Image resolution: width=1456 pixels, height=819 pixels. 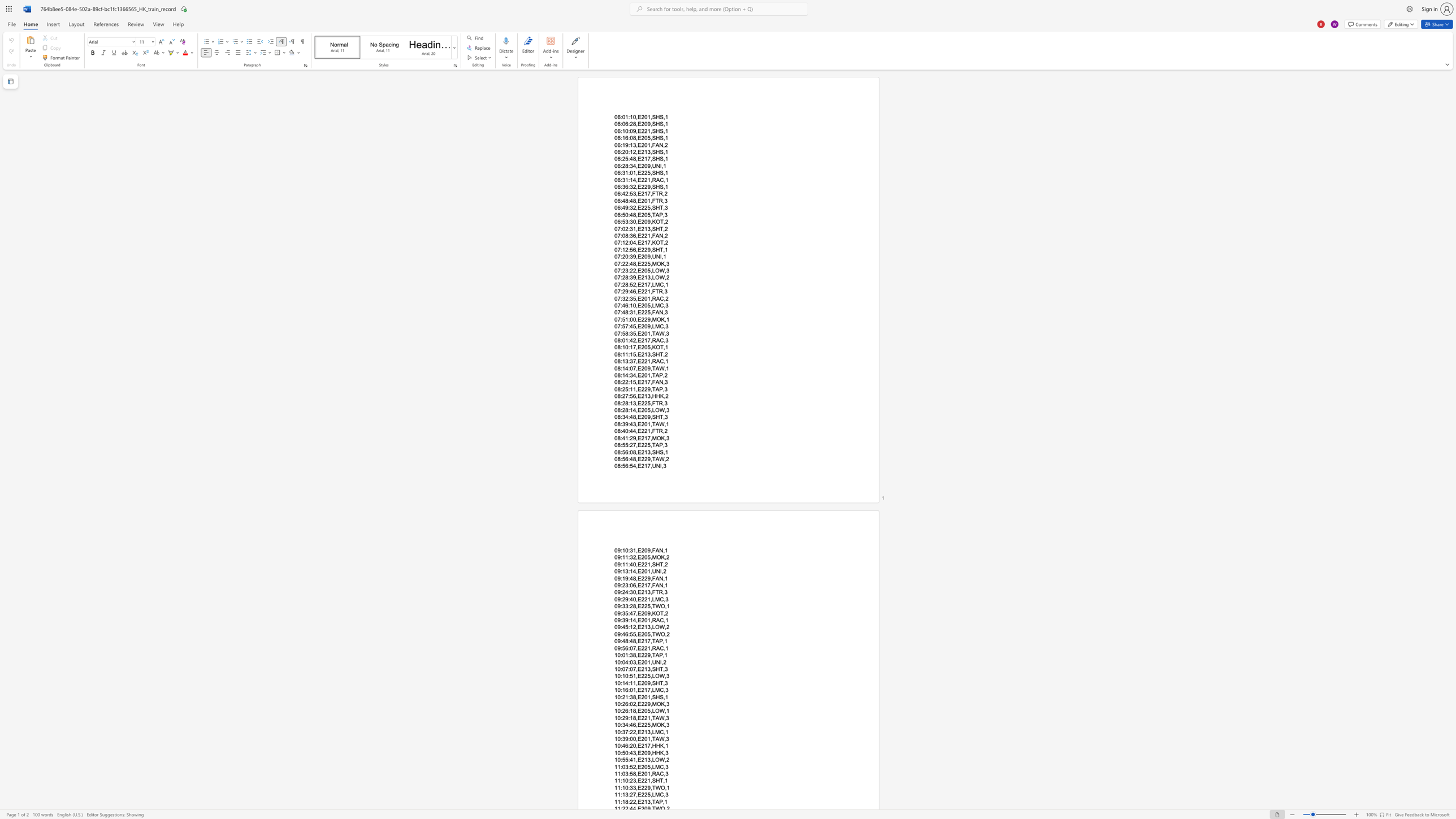 What do you see at coordinates (649, 668) in the screenshot?
I see `the space between the continuous character "3" and "," in the text` at bounding box center [649, 668].